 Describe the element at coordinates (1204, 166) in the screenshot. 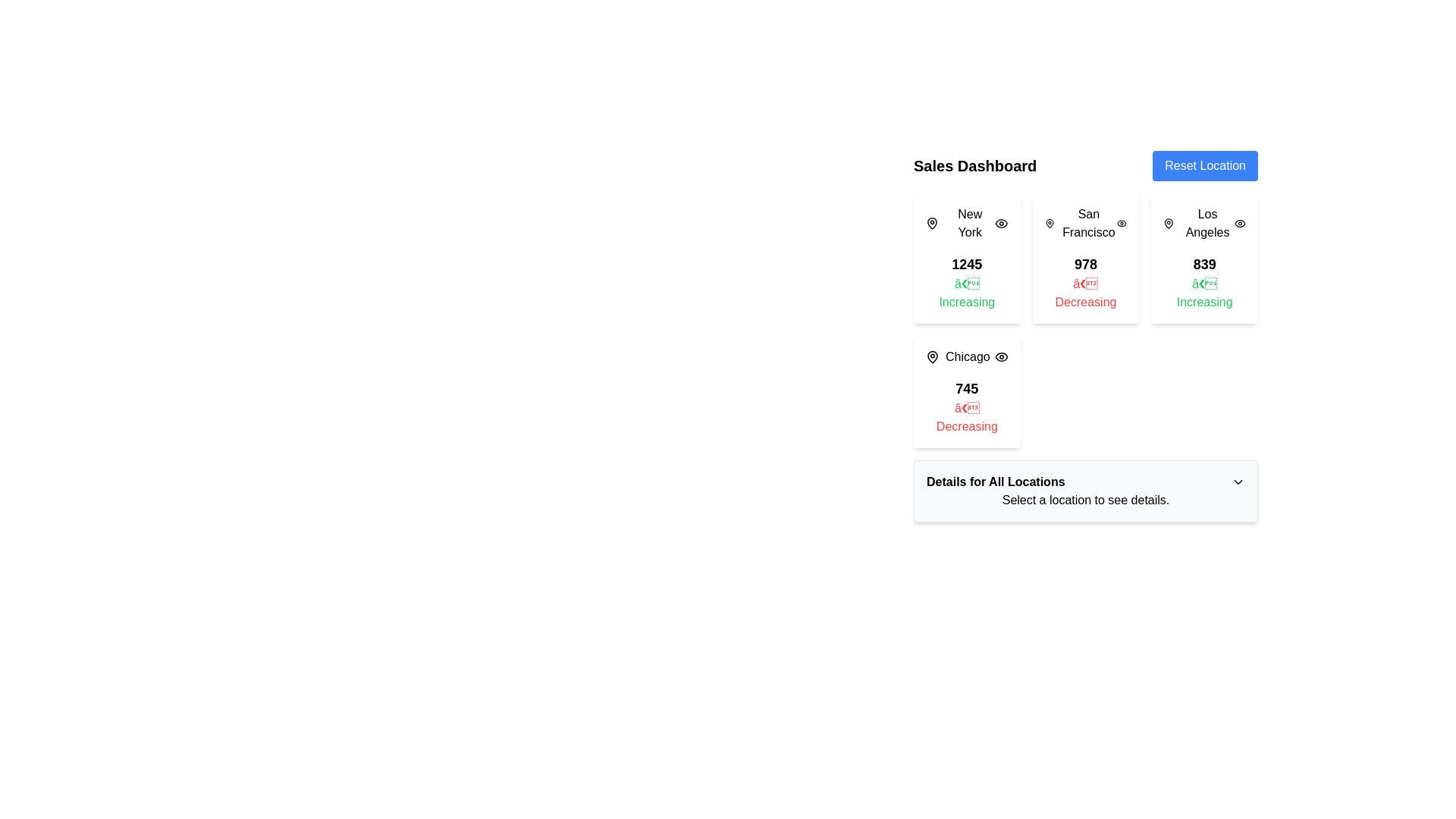

I see `the rectangular button with a blue background and white text labeled 'Reset Location' located on the right side of the 'Sales Dashboard' header` at that location.